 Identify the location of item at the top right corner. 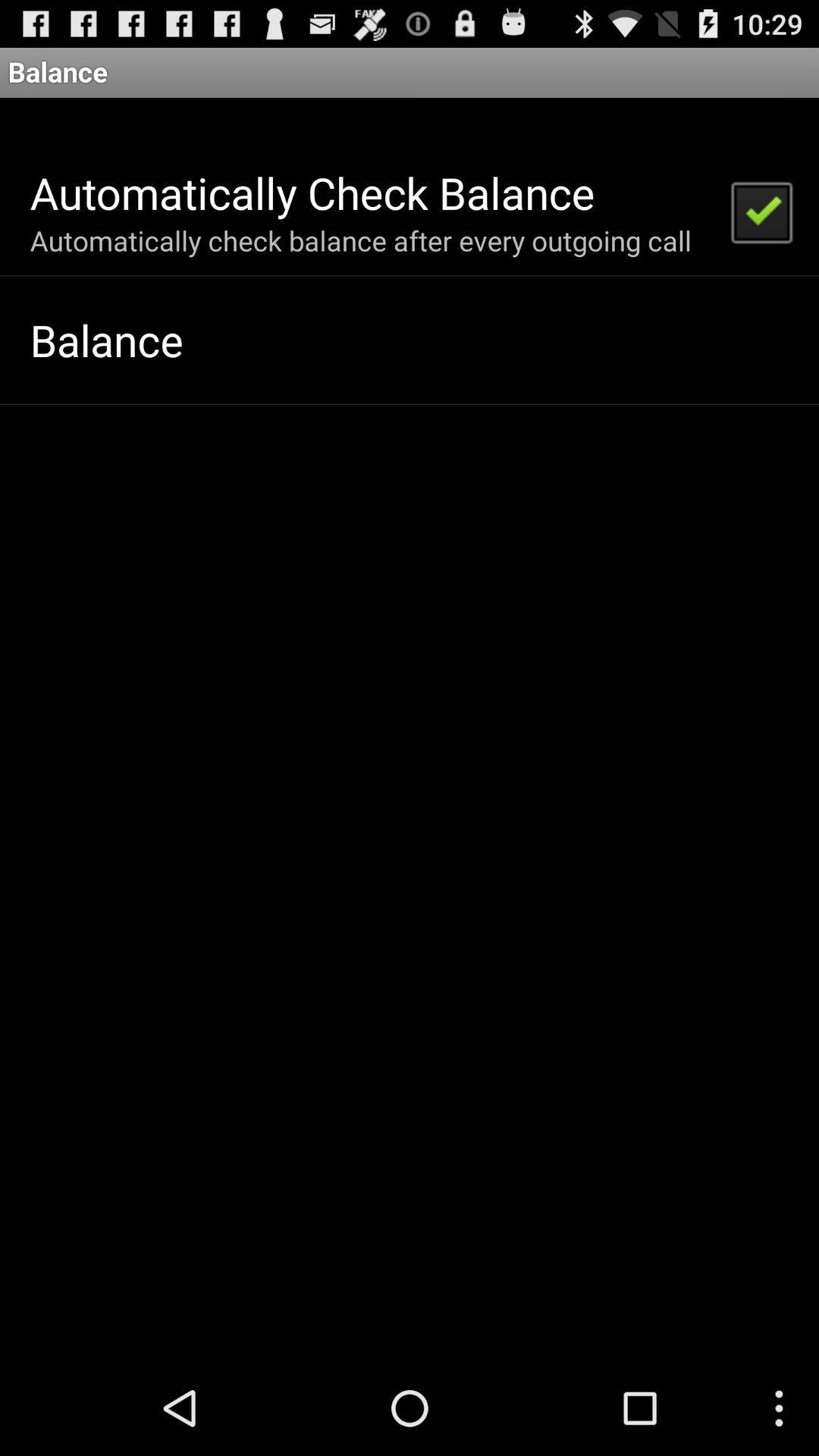
(761, 210).